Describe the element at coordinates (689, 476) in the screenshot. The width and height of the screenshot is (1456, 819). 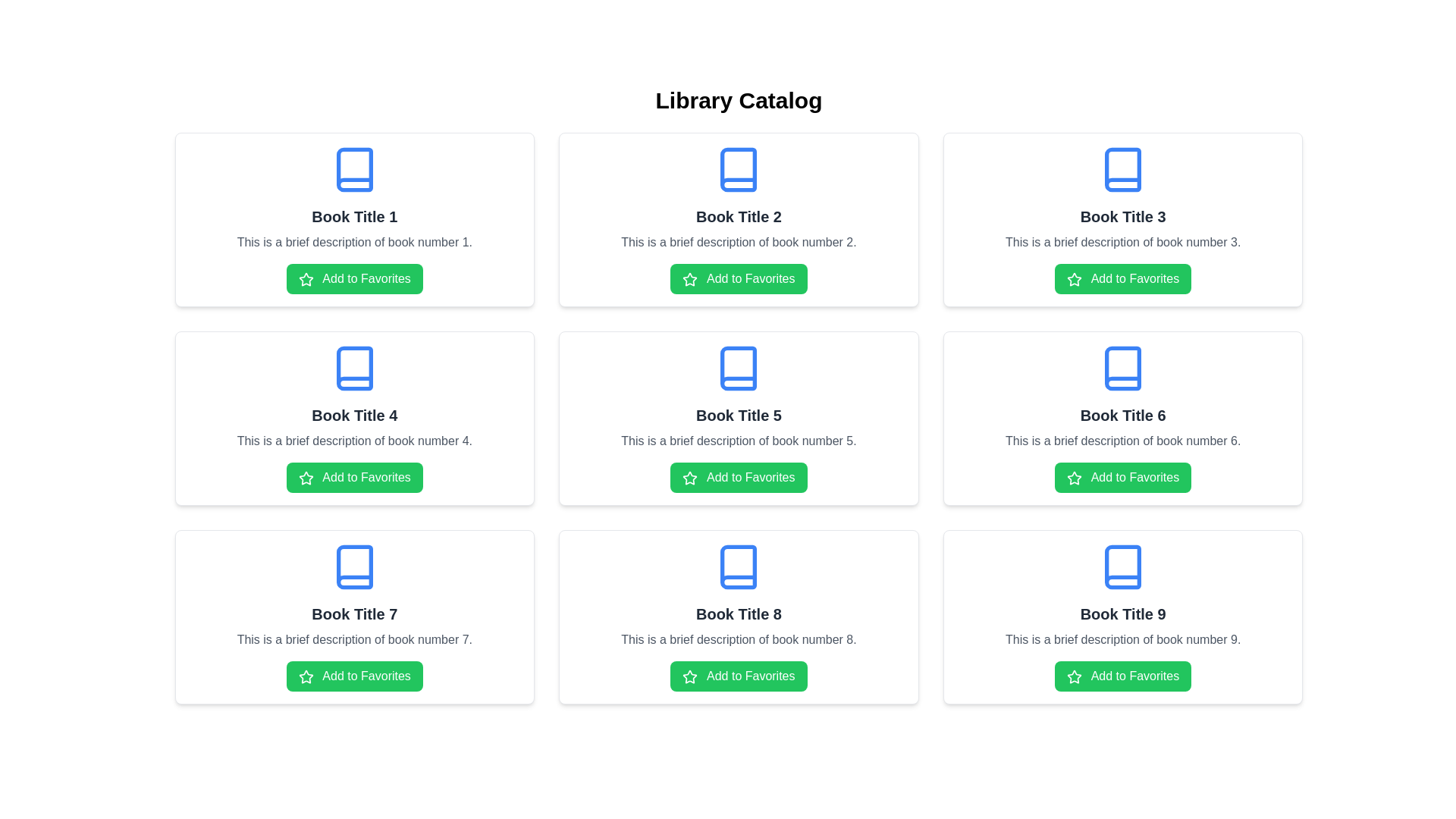
I see `the first icon within the 'Add to Favorites' button associated with the card labeled 'Book Title 5'` at that location.